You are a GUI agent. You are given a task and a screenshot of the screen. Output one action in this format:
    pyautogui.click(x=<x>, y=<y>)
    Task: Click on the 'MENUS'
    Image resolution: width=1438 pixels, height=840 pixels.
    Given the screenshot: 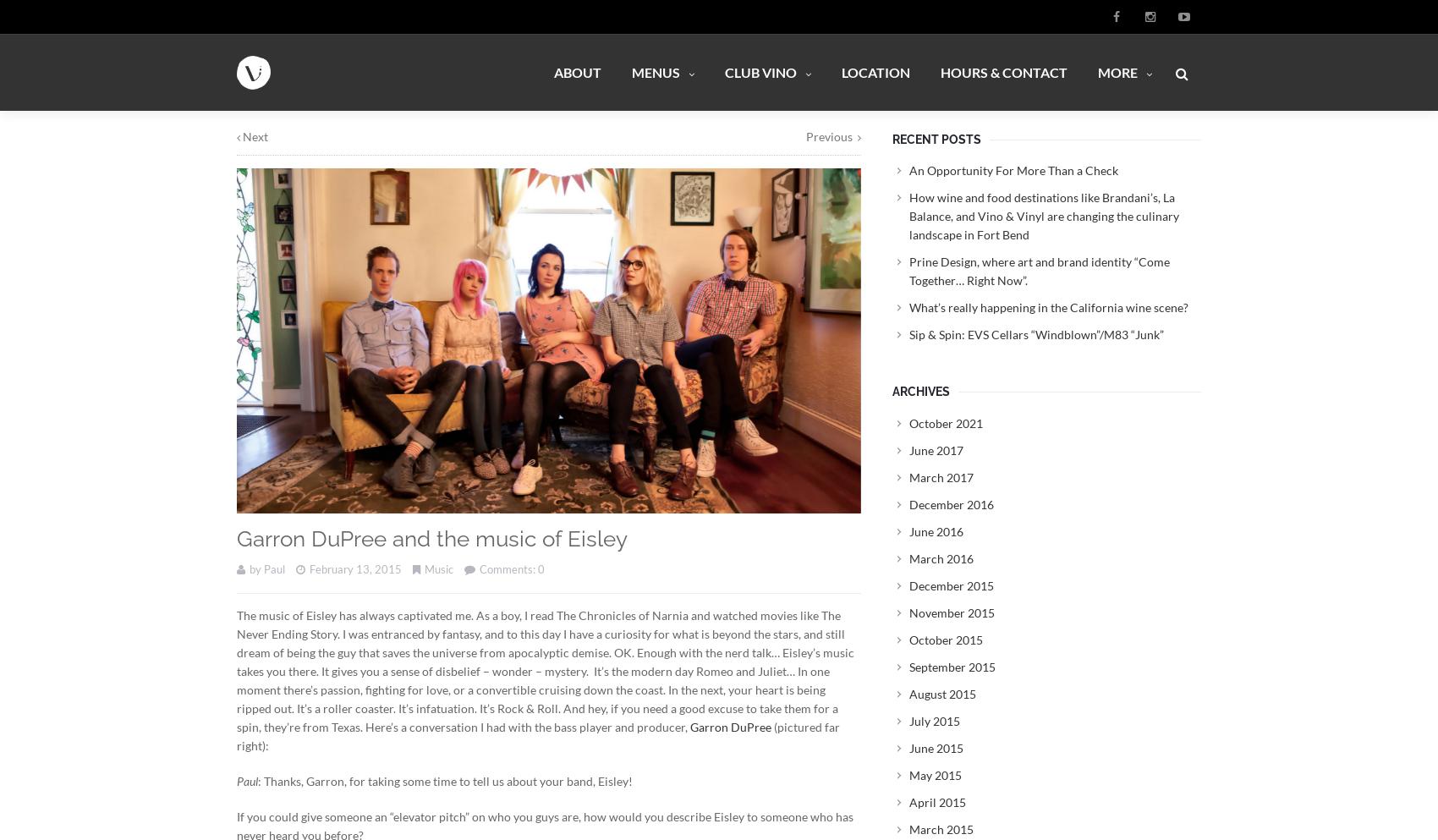 What is the action you would take?
    pyautogui.click(x=655, y=70)
    